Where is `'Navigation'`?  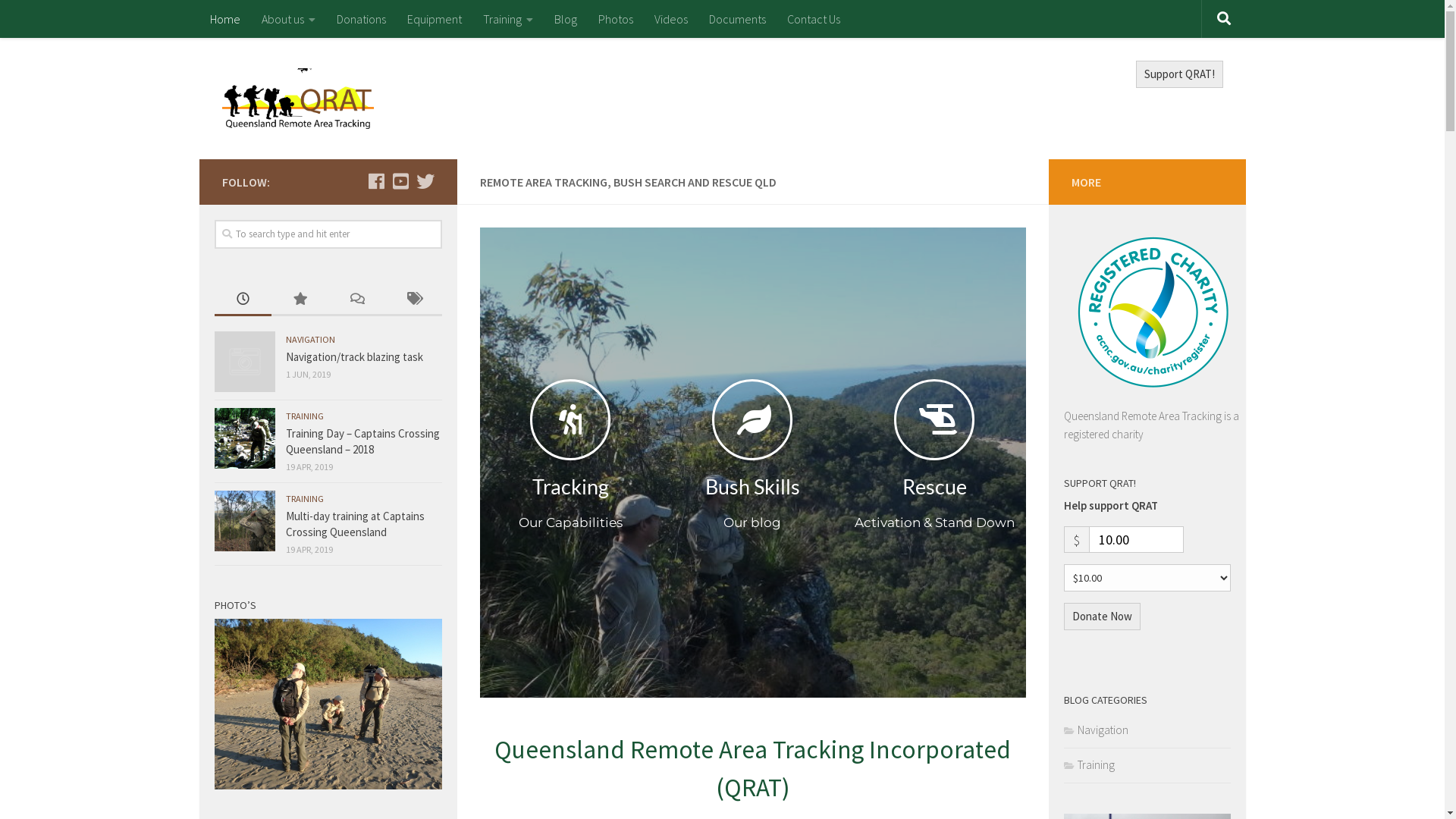 'Navigation' is located at coordinates (1095, 729).